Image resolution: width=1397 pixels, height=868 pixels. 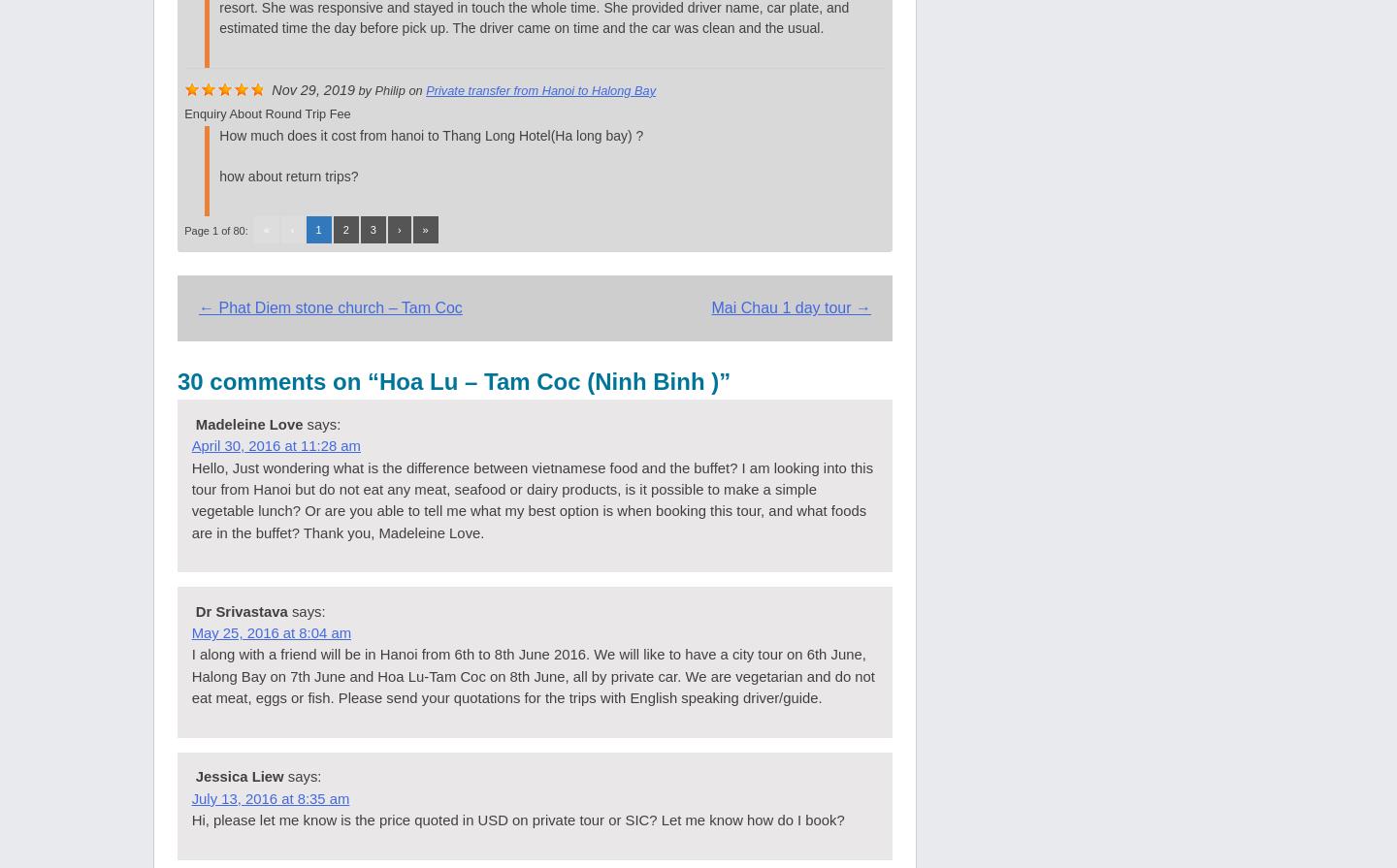 I want to click on 'Hoa Lu – Tam Coc (Ninh Binh )', so click(x=548, y=381).